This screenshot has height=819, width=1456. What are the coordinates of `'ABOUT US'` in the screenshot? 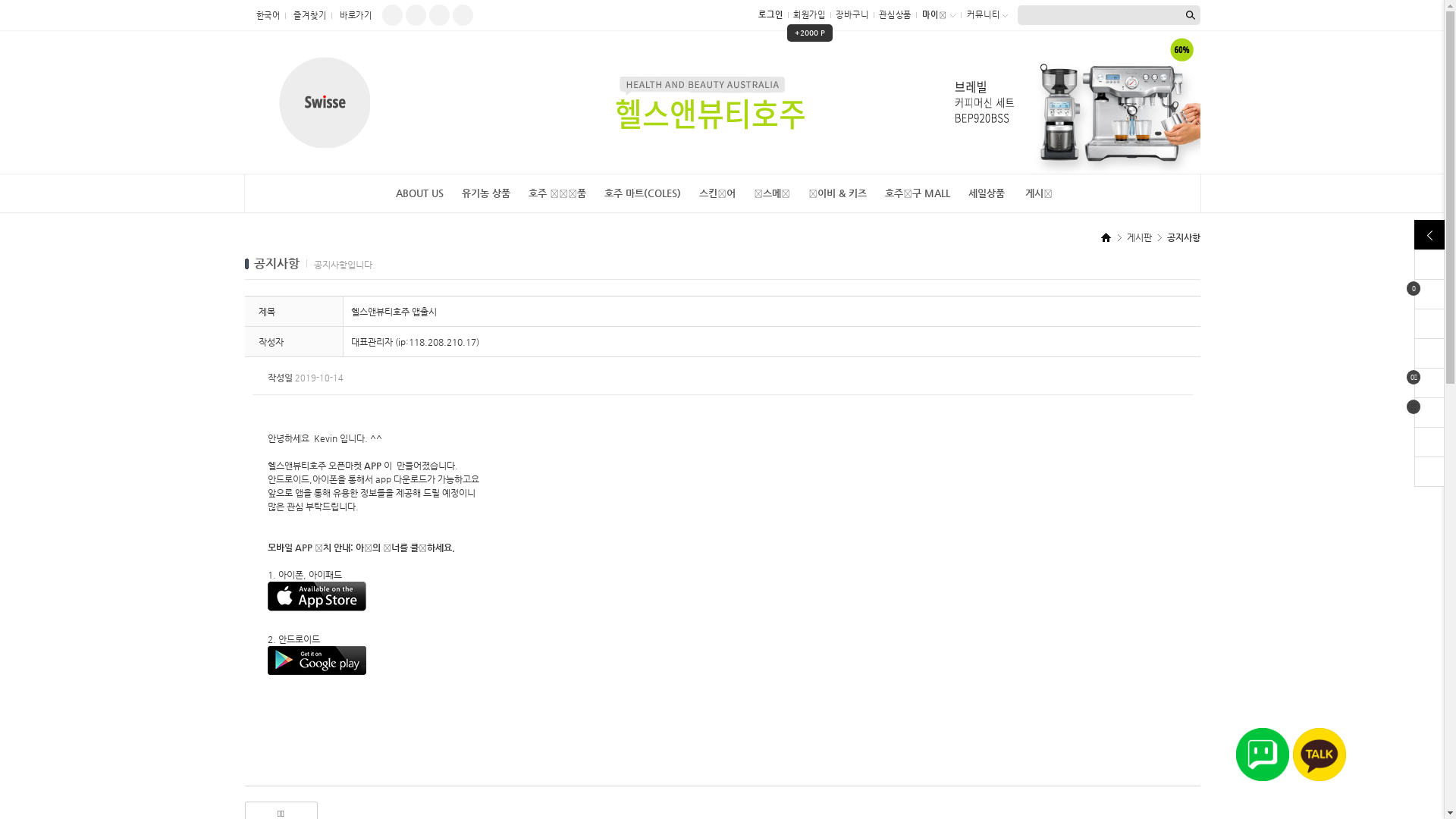 It's located at (419, 192).